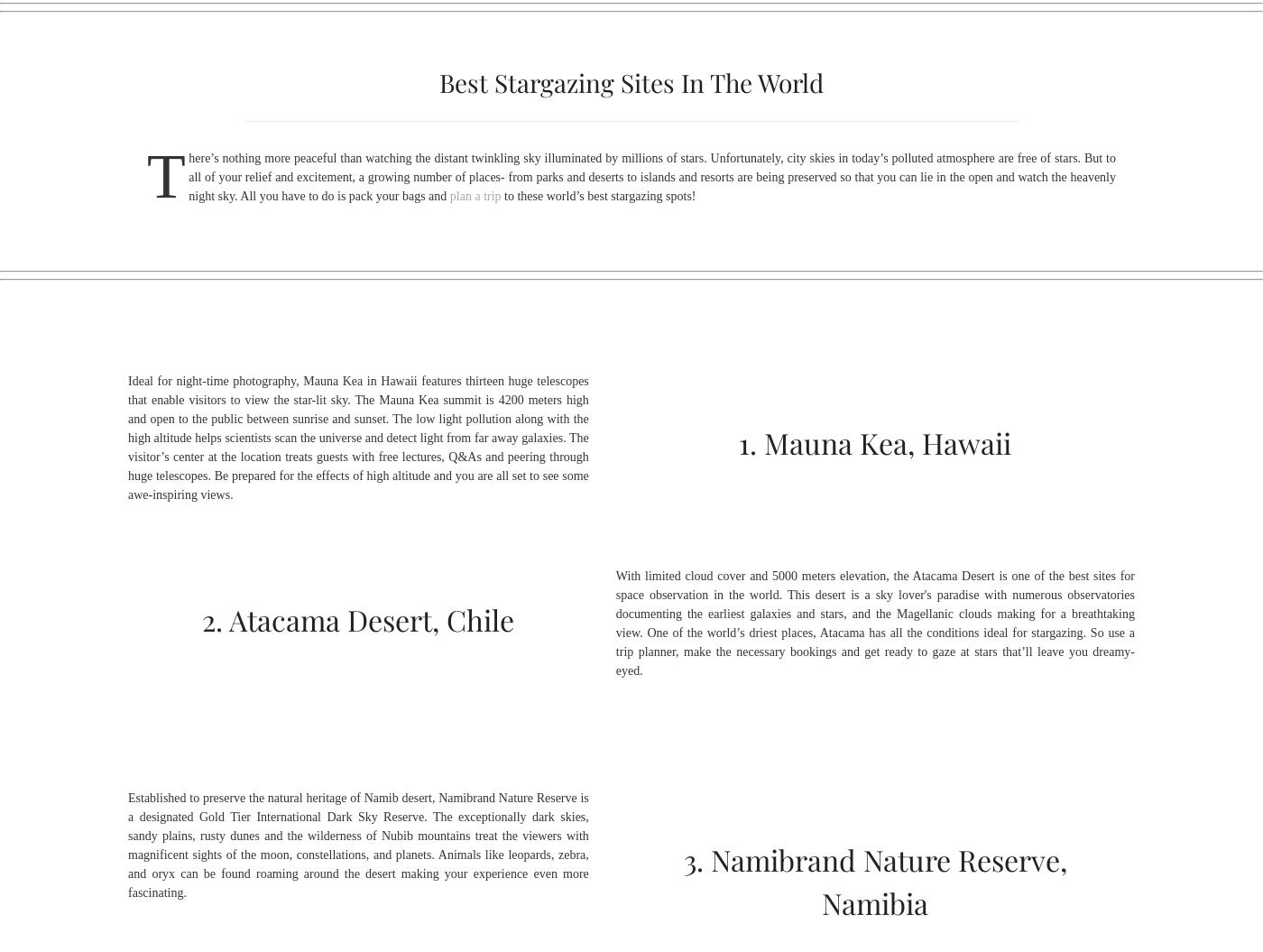 The width and height of the screenshot is (1263, 952). I want to click on 'here’s nothing more peaceful than watching the distant twinkling sky illuminated by millions of stars. Unfortunately, city skies in today’s polluted atmosphere are free of stars. But to all of your relief and excitement, a growing number of places- from parks and deserts to islands and resorts are being preserved so that you can lie in the open and watch the heavenly night sky. All you have to do is pack your bags and', so click(651, 175).